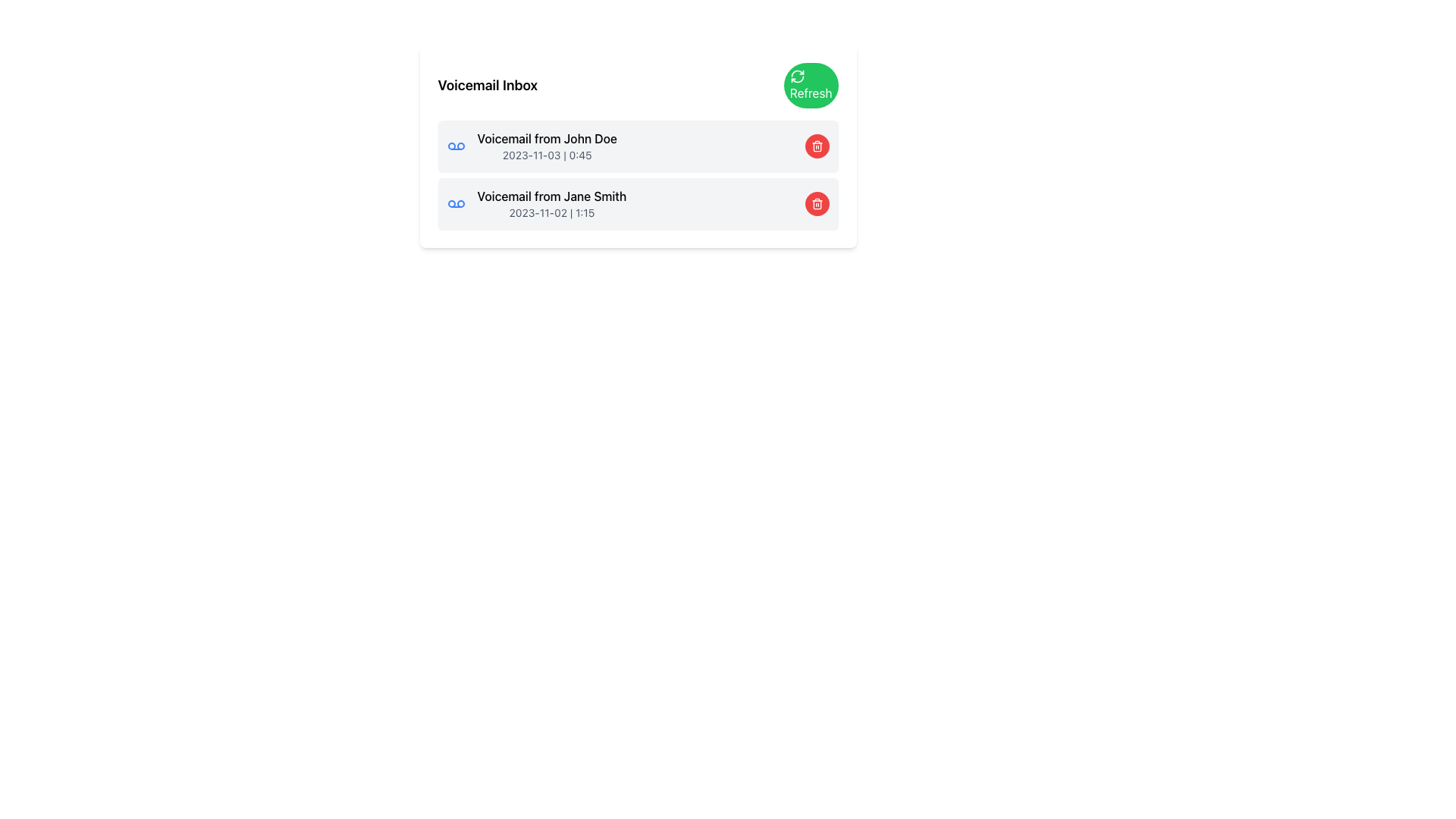 The image size is (1456, 819). What do you see at coordinates (796, 76) in the screenshot?
I see `the refresh icon located in the center of the green circular button labeled 'Refresh' in the top-right corner of the voicemail inbox card` at bounding box center [796, 76].